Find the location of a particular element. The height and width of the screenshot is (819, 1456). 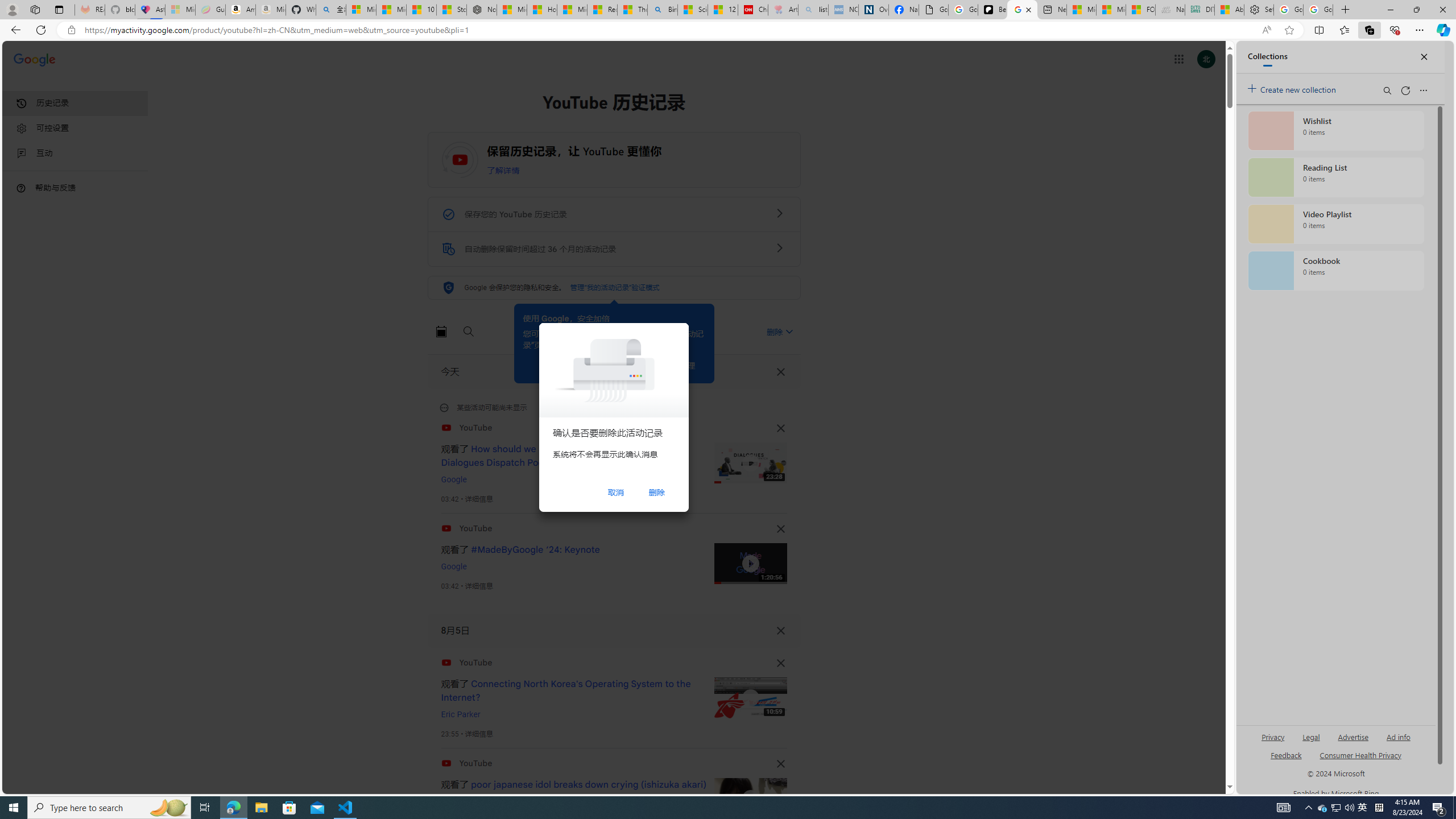

'12 Popular Science Lies that Must be Corrected' is located at coordinates (723, 9).